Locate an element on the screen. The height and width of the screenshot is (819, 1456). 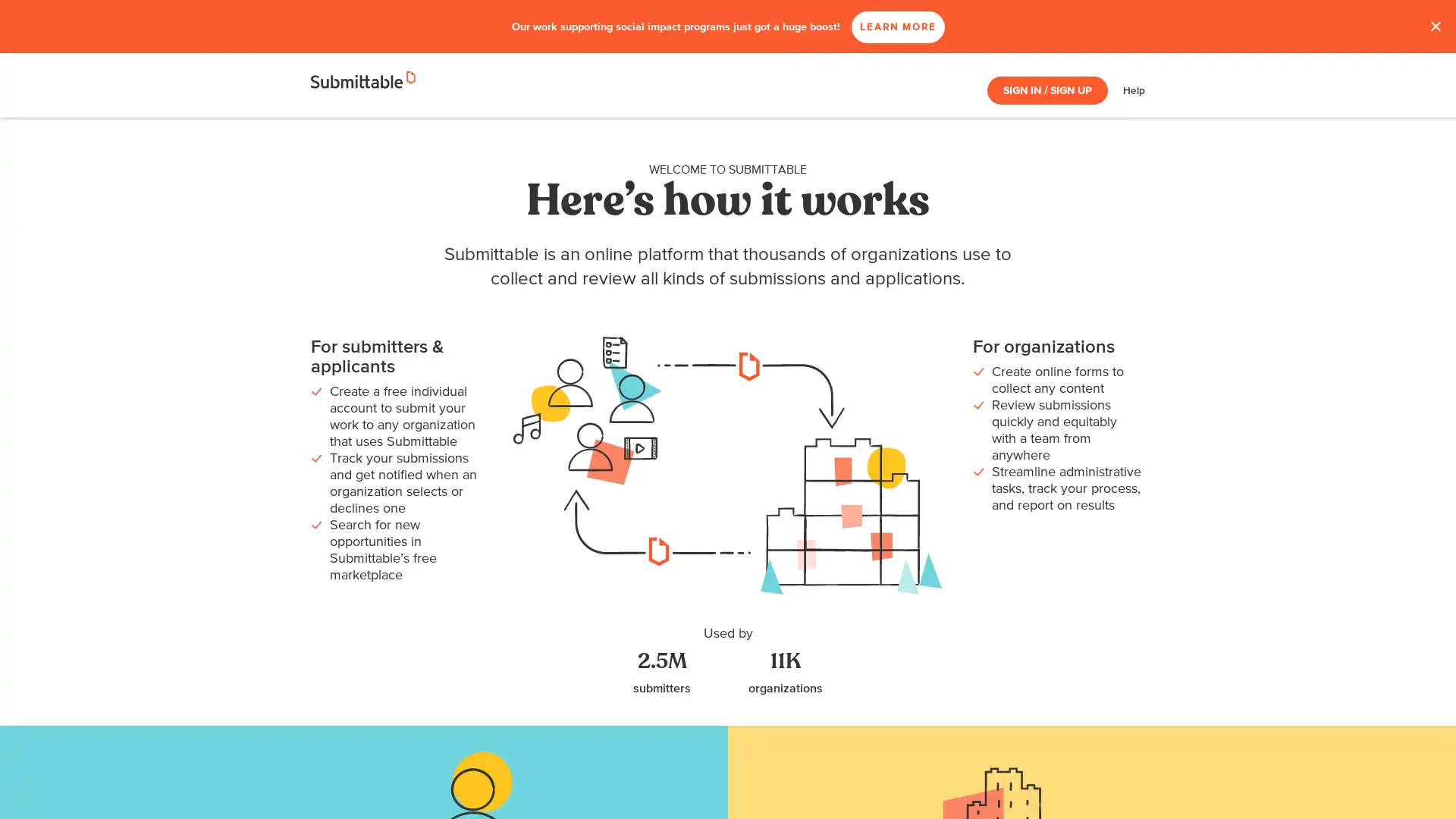
LEARN MORE is located at coordinates (941, 27).